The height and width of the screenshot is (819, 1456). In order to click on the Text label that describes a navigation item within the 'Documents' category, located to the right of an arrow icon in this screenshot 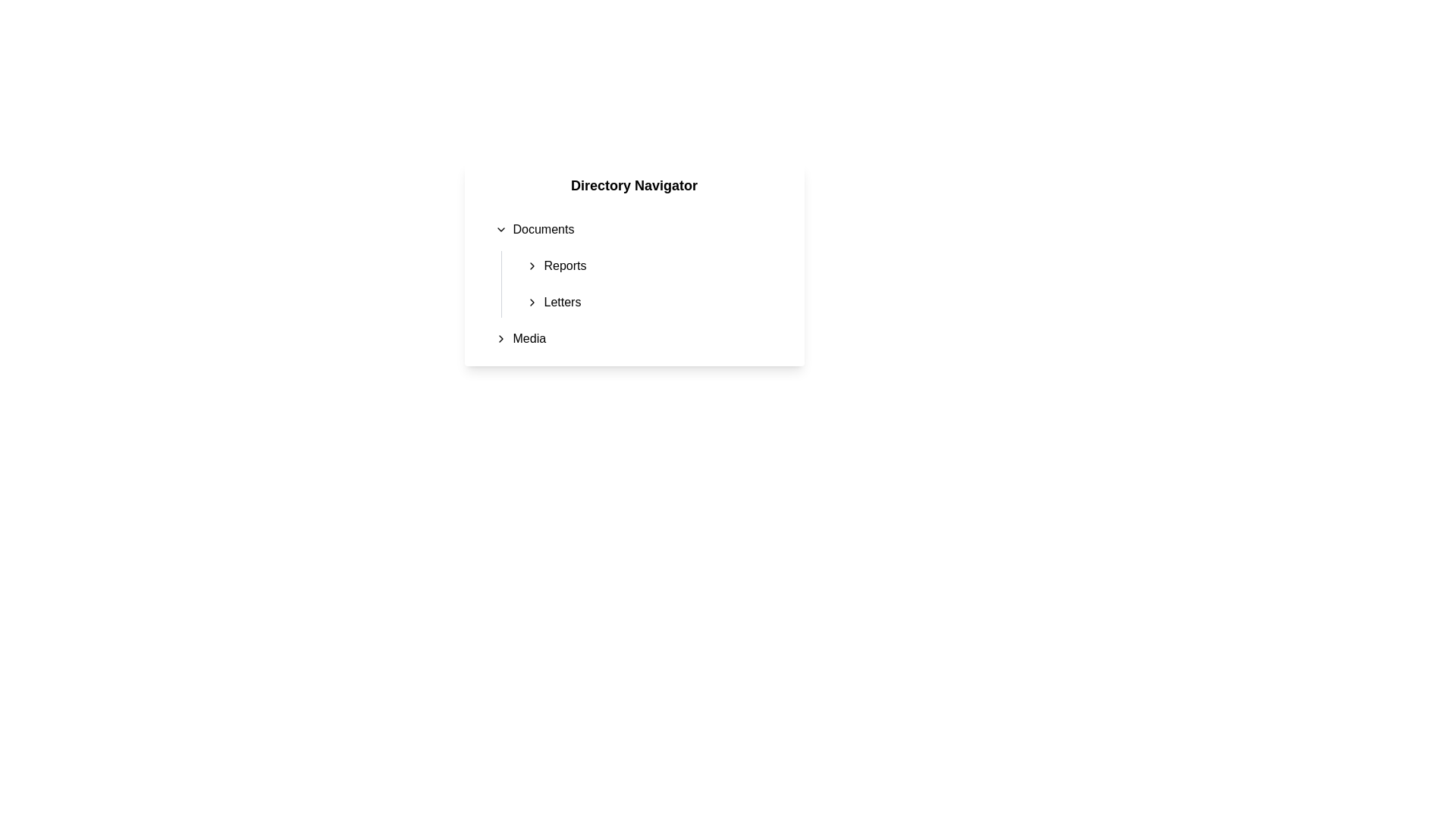, I will do `click(561, 302)`.